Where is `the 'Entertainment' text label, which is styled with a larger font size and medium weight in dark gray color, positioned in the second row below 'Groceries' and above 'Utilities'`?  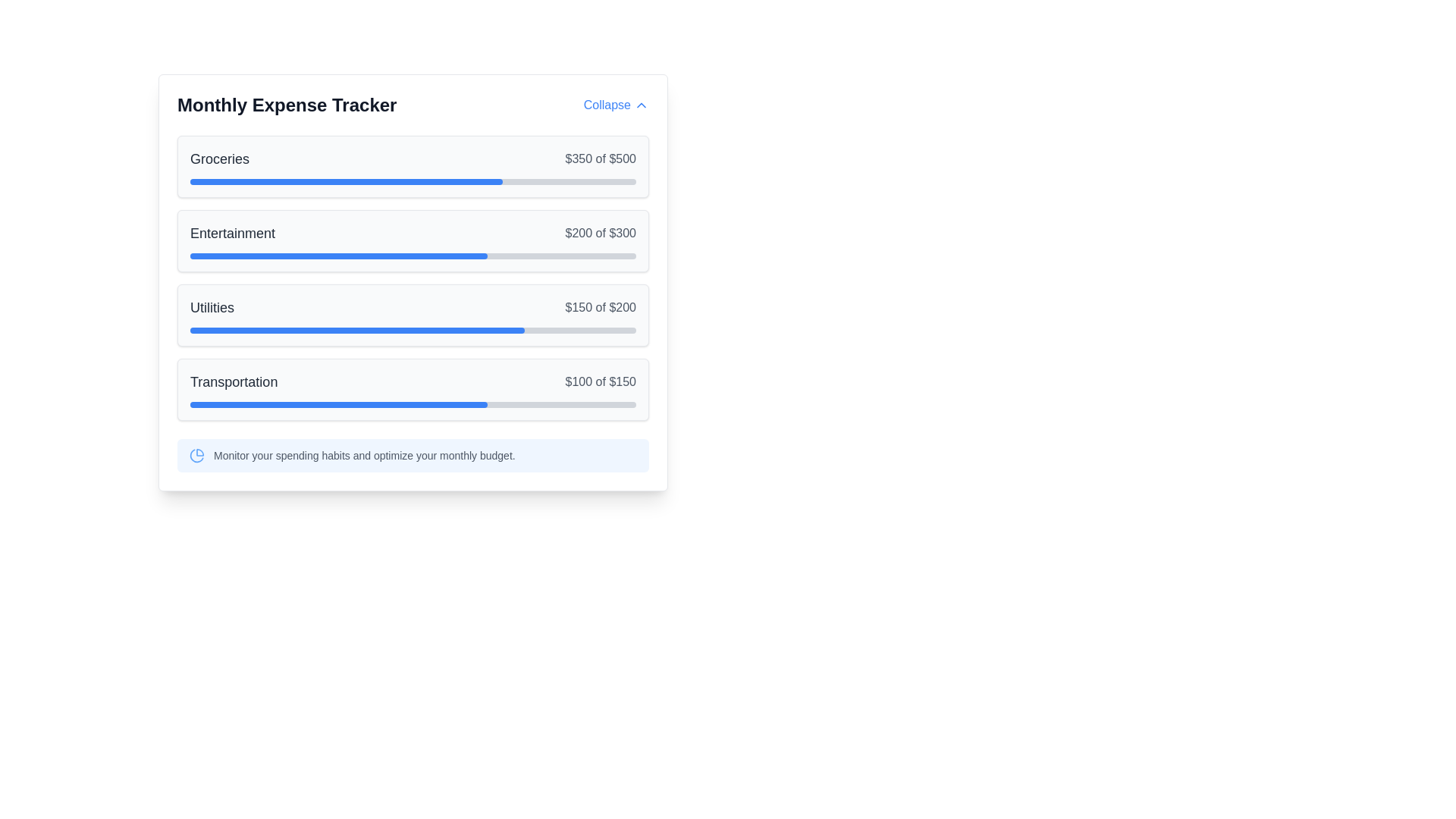
the 'Entertainment' text label, which is styled with a larger font size and medium weight in dark gray color, positioned in the second row below 'Groceries' and above 'Utilities' is located at coordinates (232, 234).